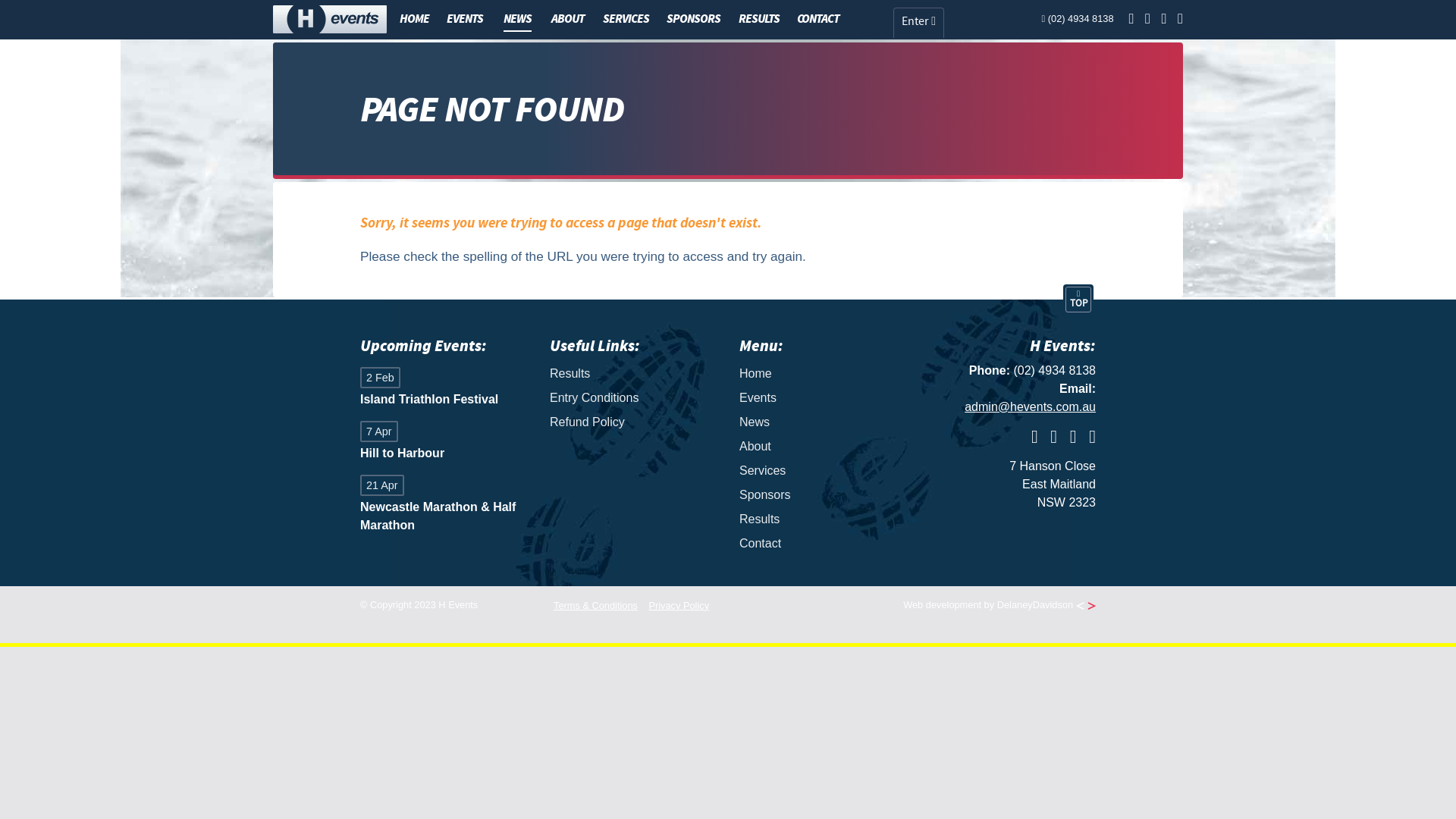 The width and height of the screenshot is (1456, 819). Describe the element at coordinates (443, 442) in the screenshot. I see `'7 Apr` at that location.